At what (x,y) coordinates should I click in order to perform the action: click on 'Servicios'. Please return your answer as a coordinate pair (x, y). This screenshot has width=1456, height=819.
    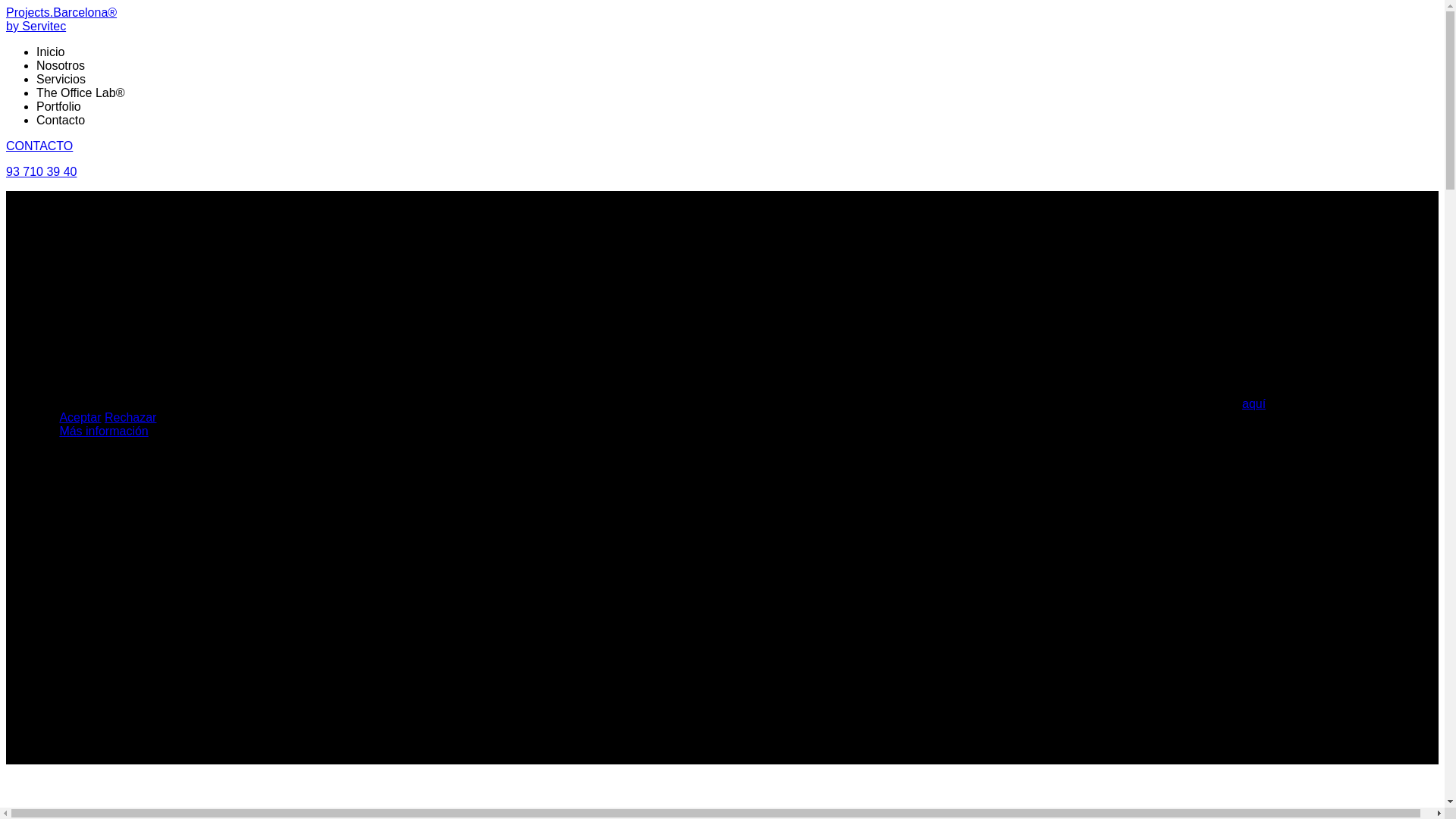
    Looking at the image, I should click on (61, 79).